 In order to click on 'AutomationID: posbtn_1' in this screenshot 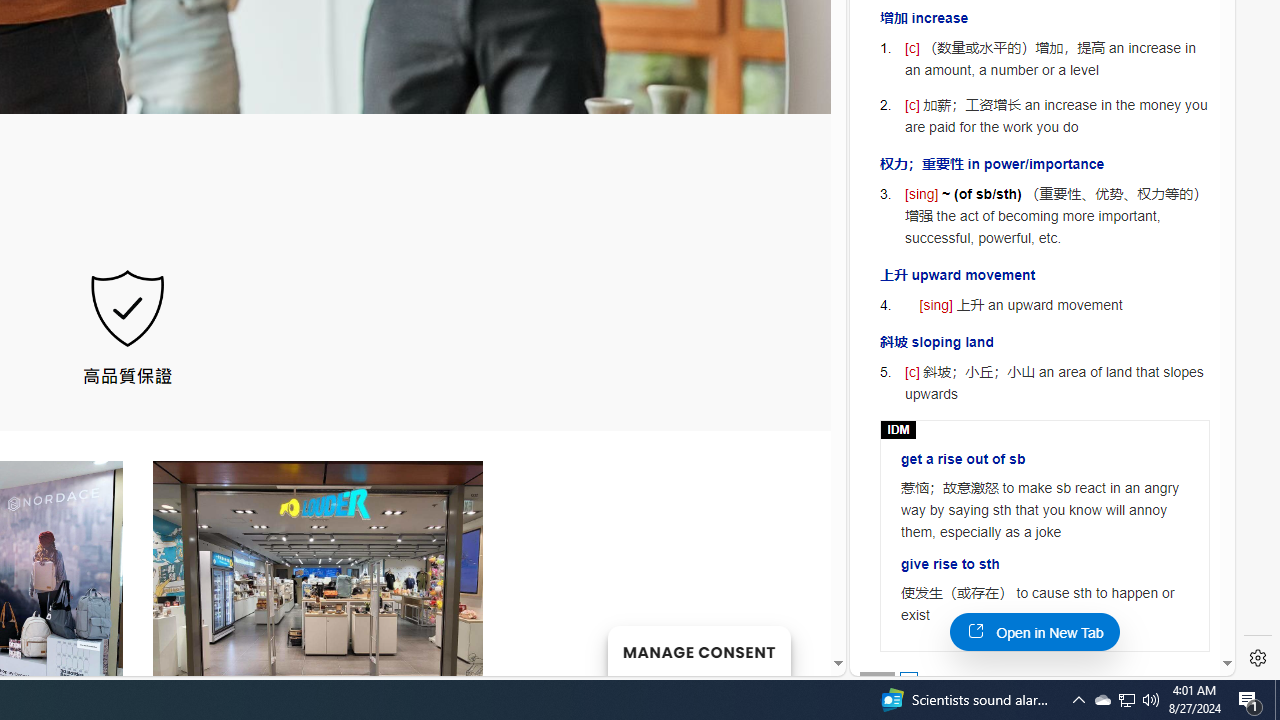, I will do `click(907, 679)`.